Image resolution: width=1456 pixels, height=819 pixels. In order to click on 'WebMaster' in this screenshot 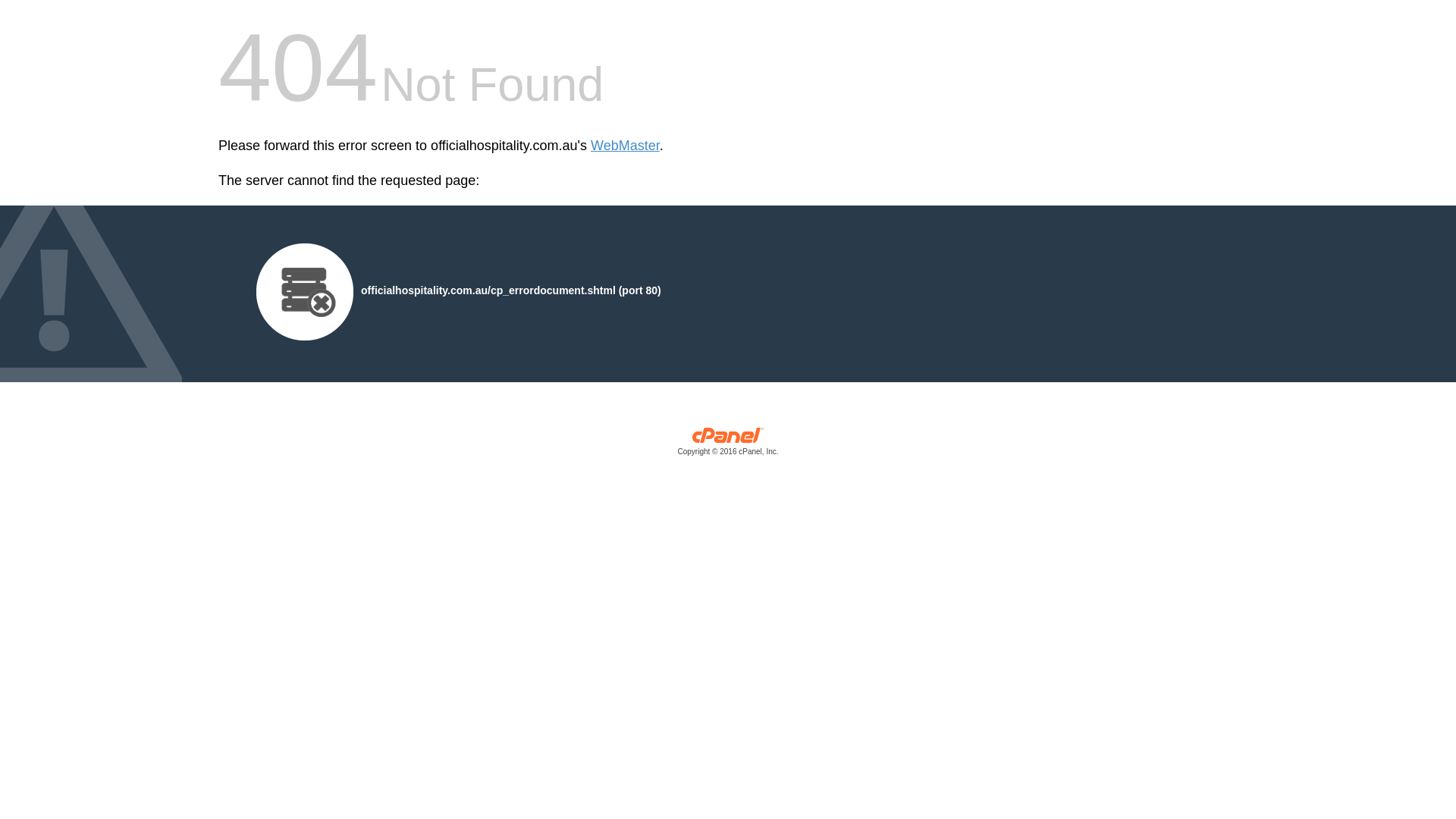, I will do `click(625, 146)`.